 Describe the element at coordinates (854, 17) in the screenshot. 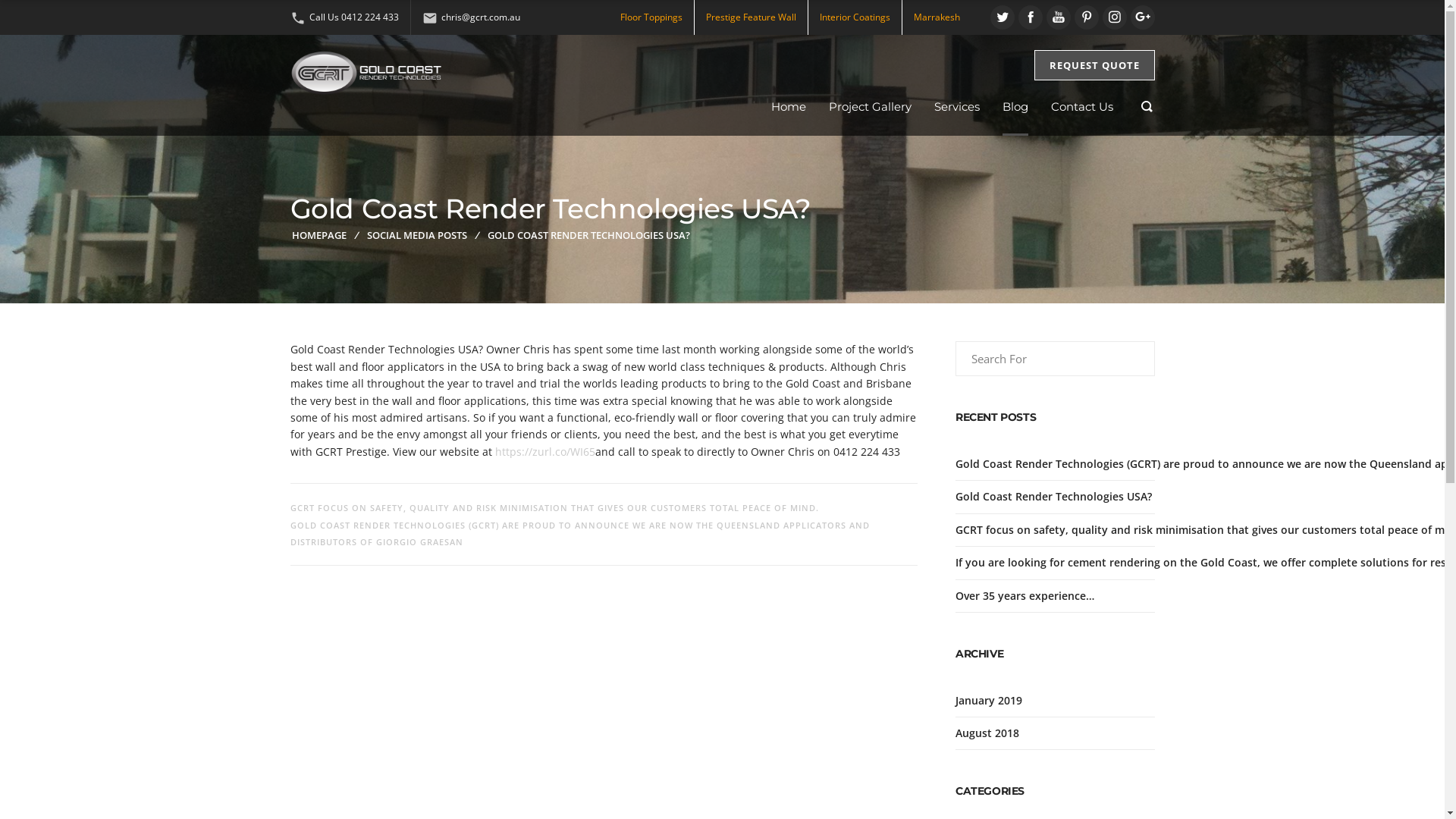

I see `'Interior Coatings'` at that location.